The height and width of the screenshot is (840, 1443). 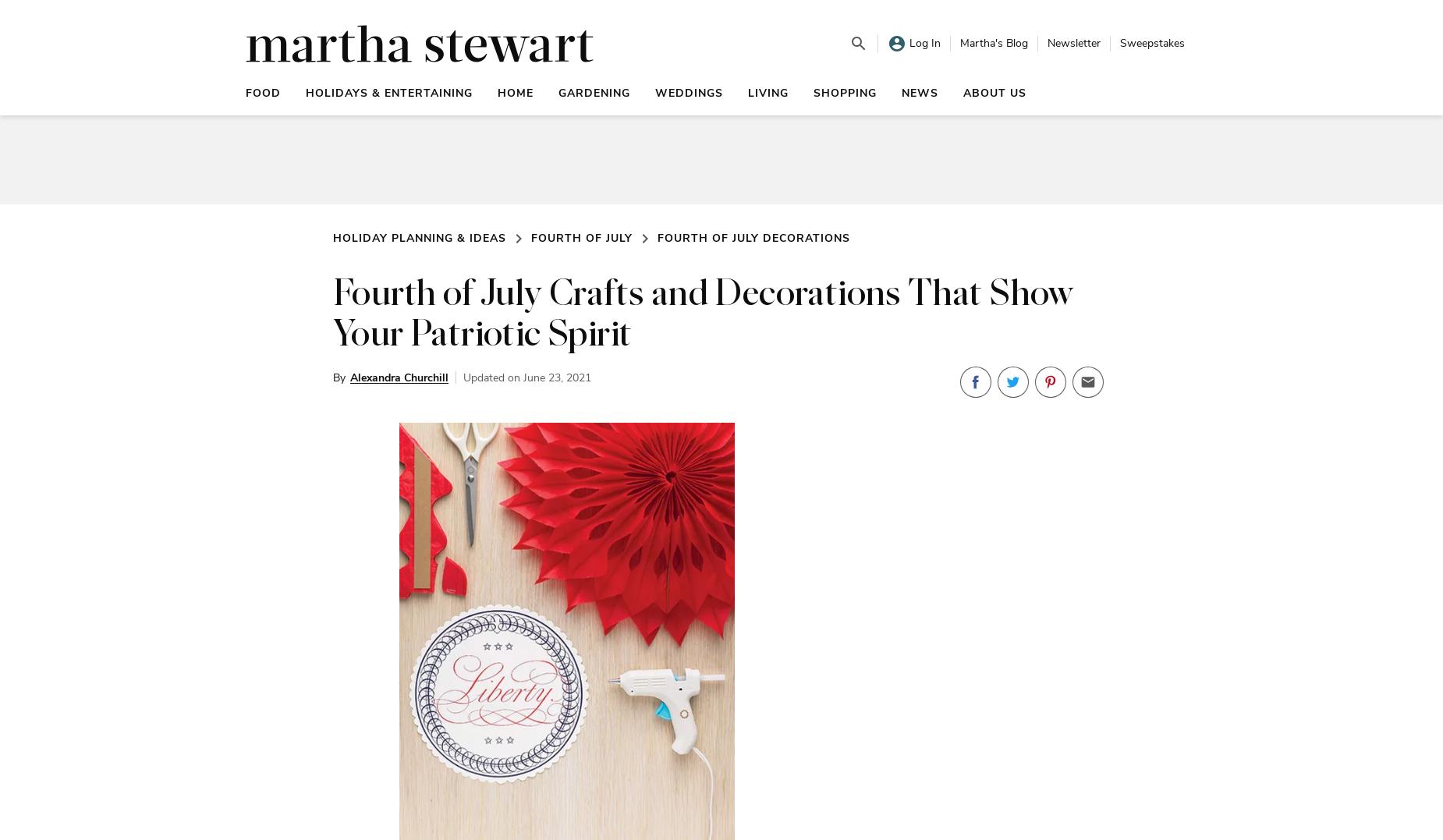 What do you see at coordinates (338, 377) in the screenshot?
I see `'By'` at bounding box center [338, 377].